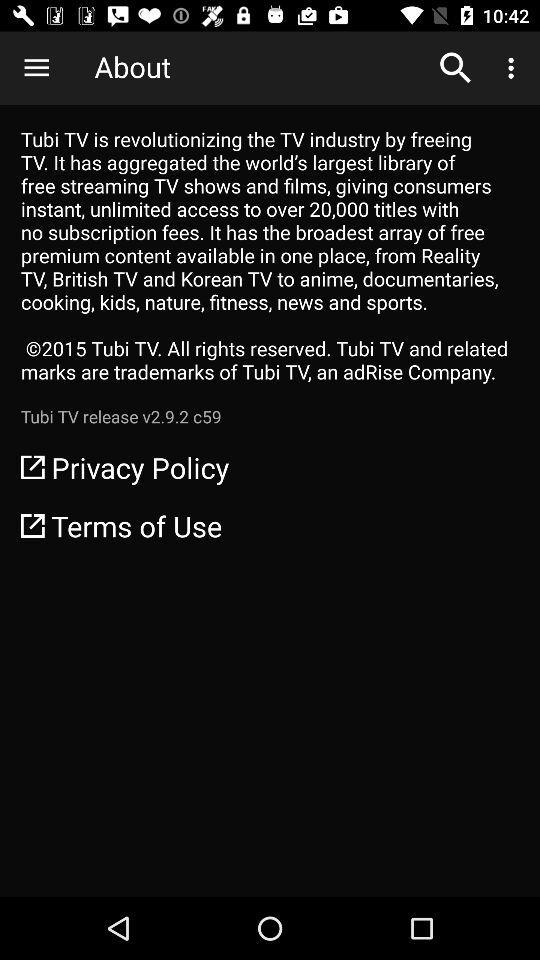 The image size is (540, 960). Describe the element at coordinates (36, 68) in the screenshot. I see `item next to about icon` at that location.